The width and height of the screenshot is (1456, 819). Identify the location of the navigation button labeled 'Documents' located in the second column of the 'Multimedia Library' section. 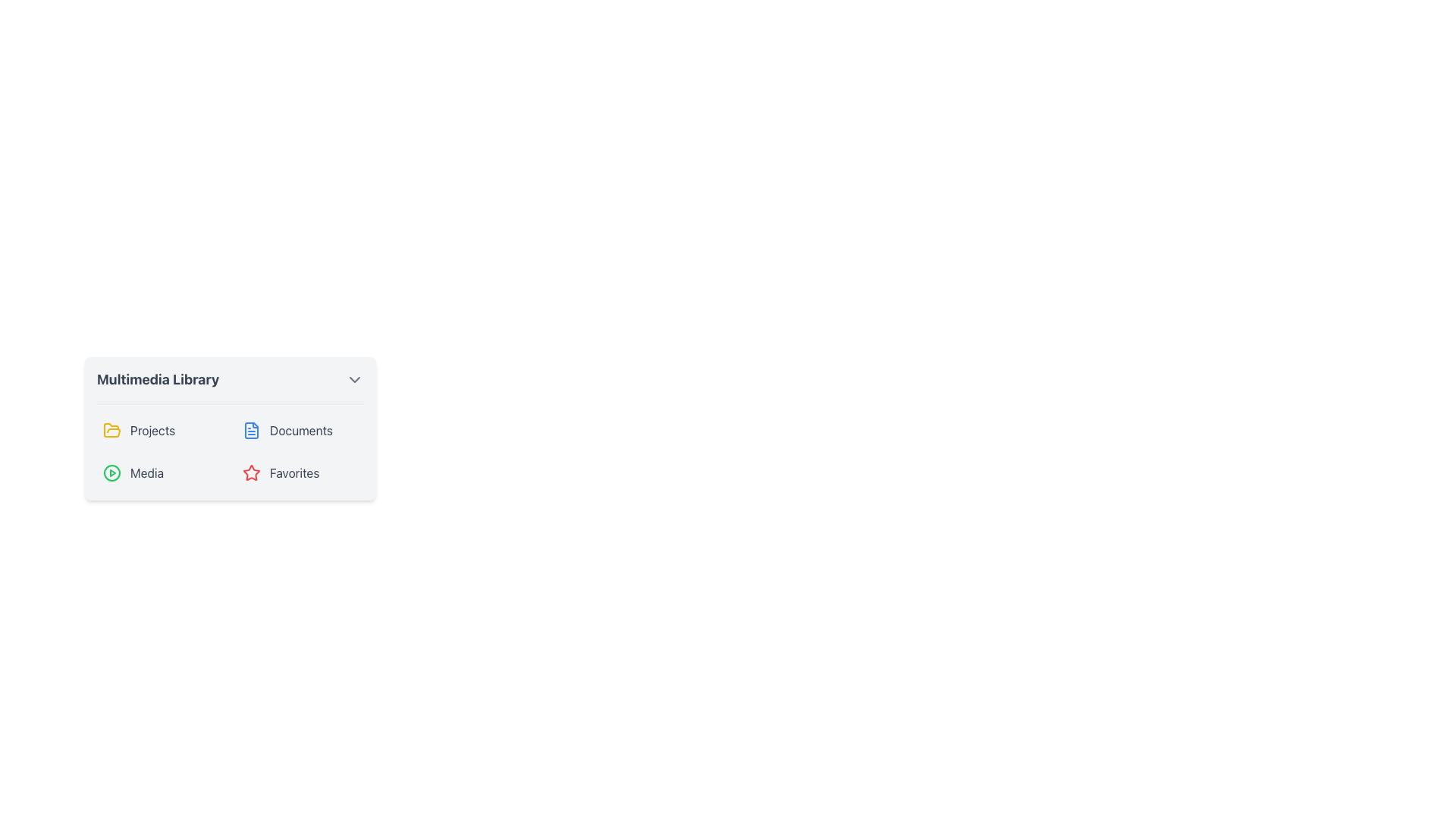
(300, 430).